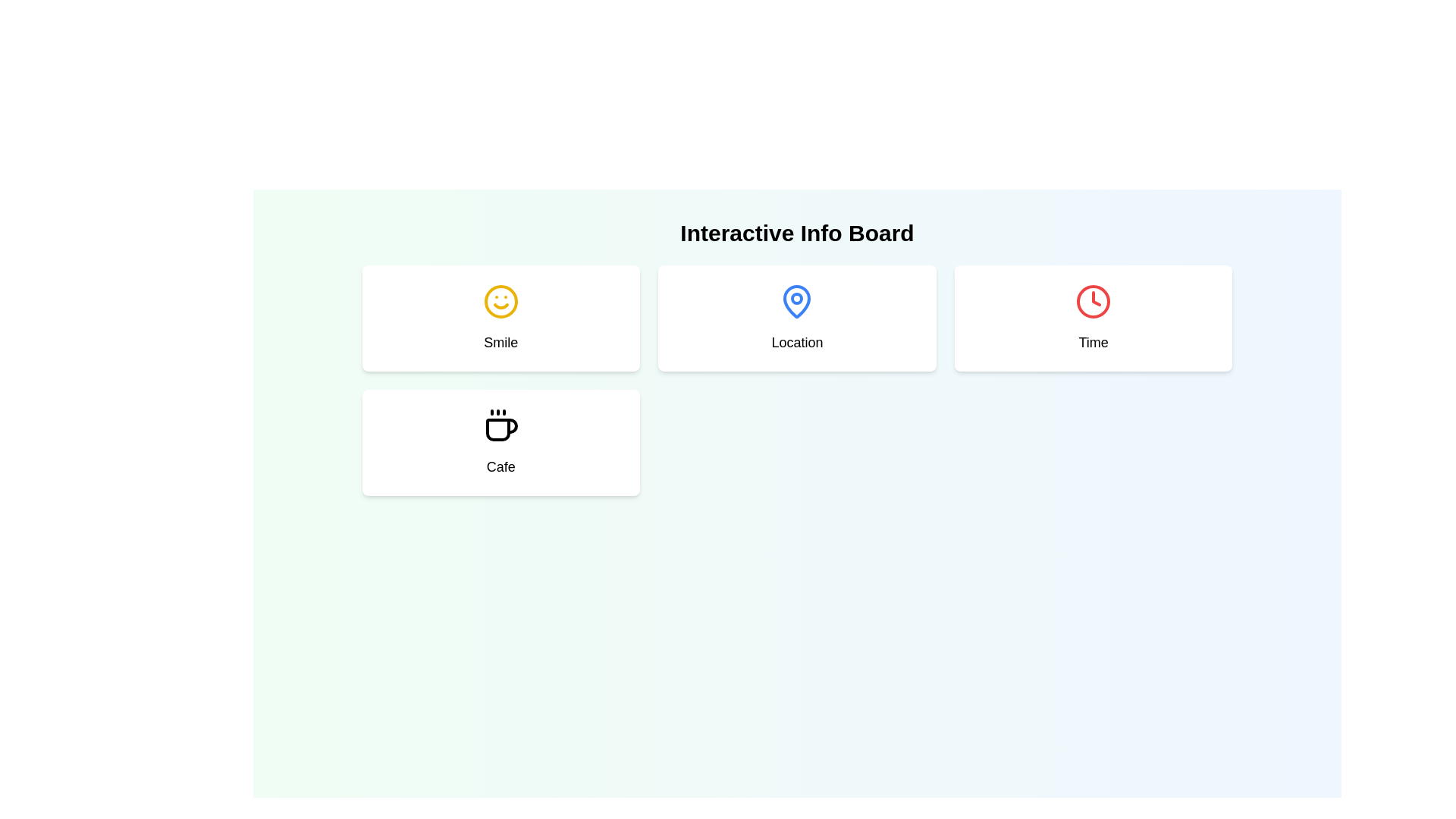 This screenshot has height=819, width=1456. I want to click on the circular smiling face graphical element representing the 'Smile' category, located at the top-left of the grid layout, so click(500, 301).